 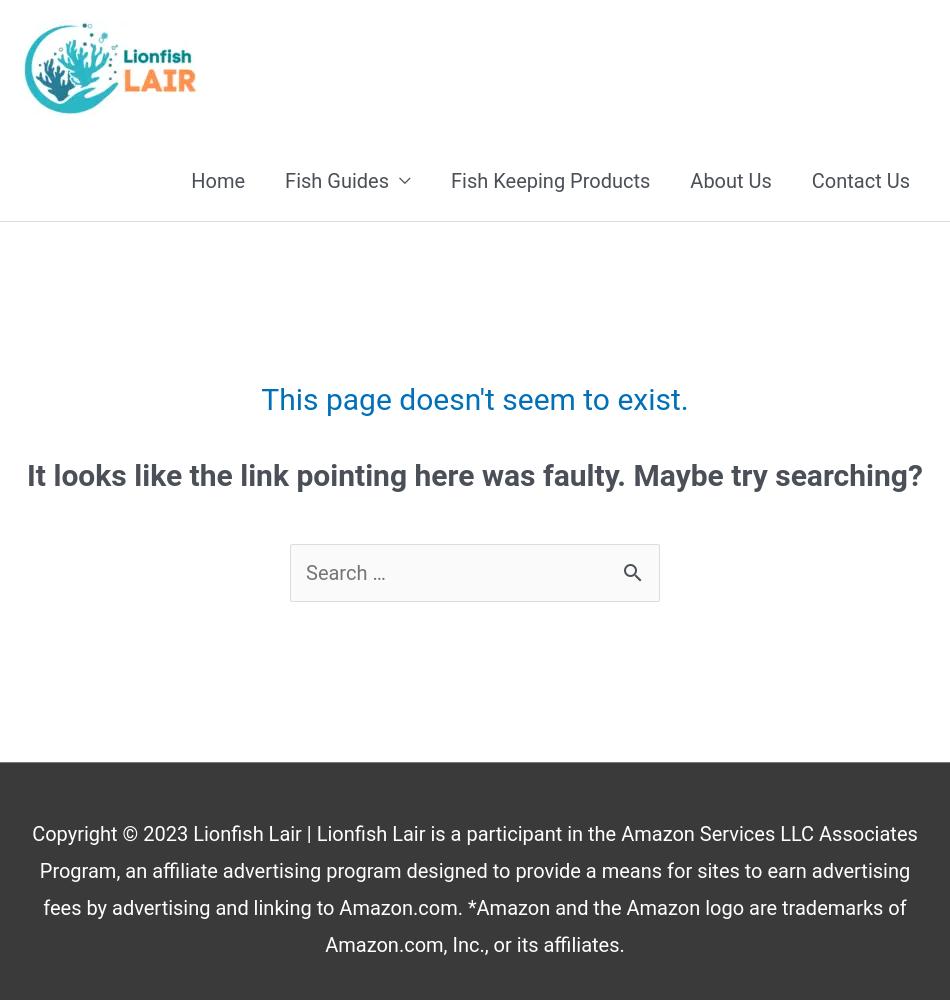 What do you see at coordinates (246, 833) in the screenshot?
I see `'Lionfish Lair'` at bounding box center [246, 833].